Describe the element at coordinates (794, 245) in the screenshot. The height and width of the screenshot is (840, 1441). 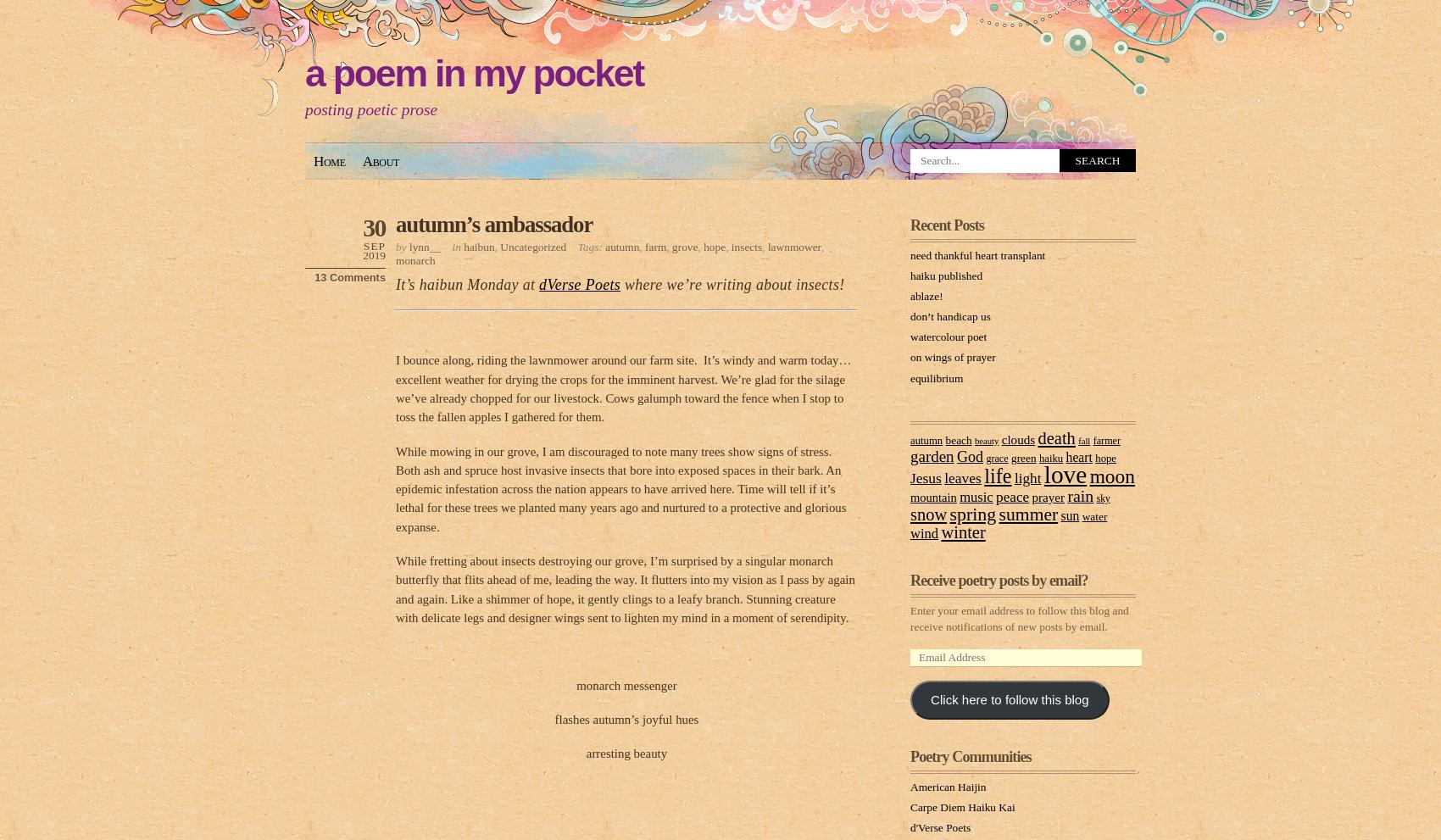
I see `'lawnmower'` at that location.